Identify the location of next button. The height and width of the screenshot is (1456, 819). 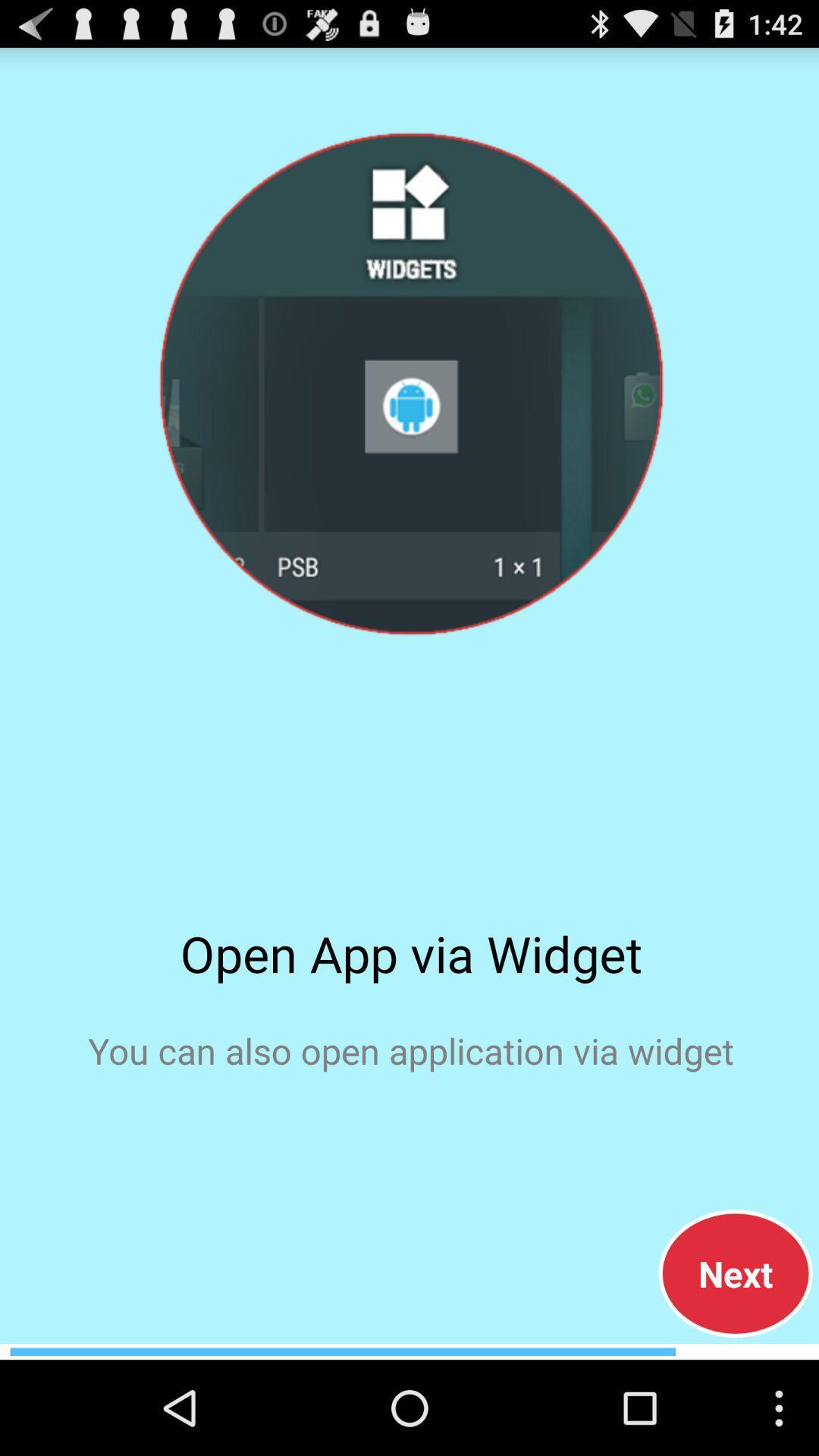
(735, 1273).